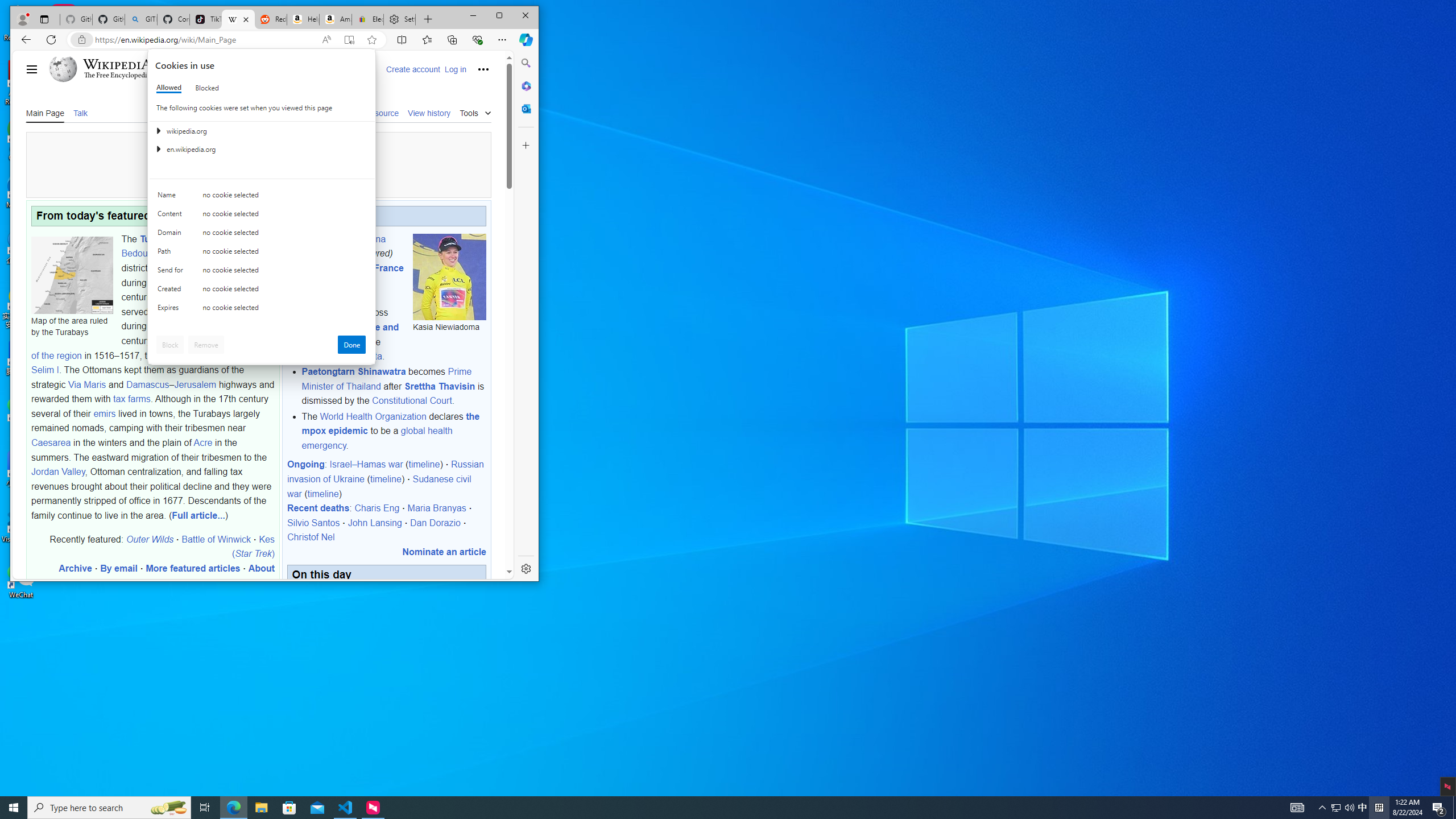 The width and height of the screenshot is (1456, 819). Describe the element at coordinates (172, 253) in the screenshot. I see `'Path'` at that location.